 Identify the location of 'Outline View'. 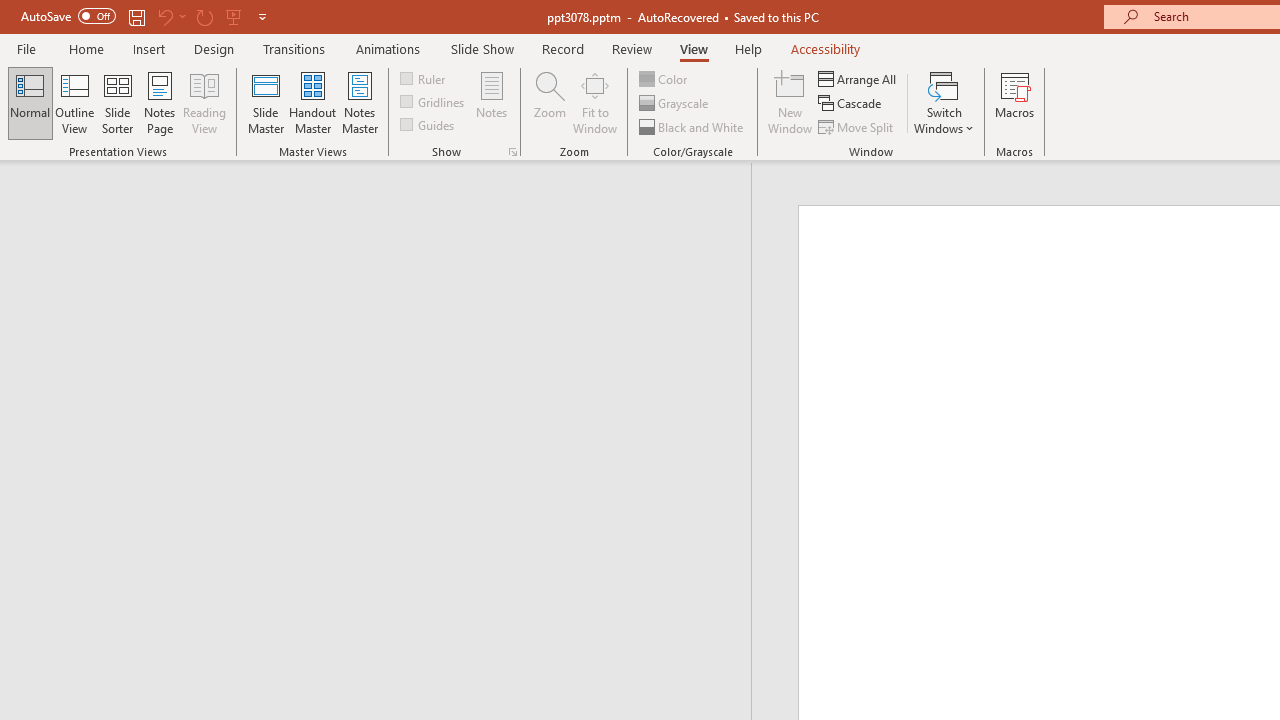
(74, 103).